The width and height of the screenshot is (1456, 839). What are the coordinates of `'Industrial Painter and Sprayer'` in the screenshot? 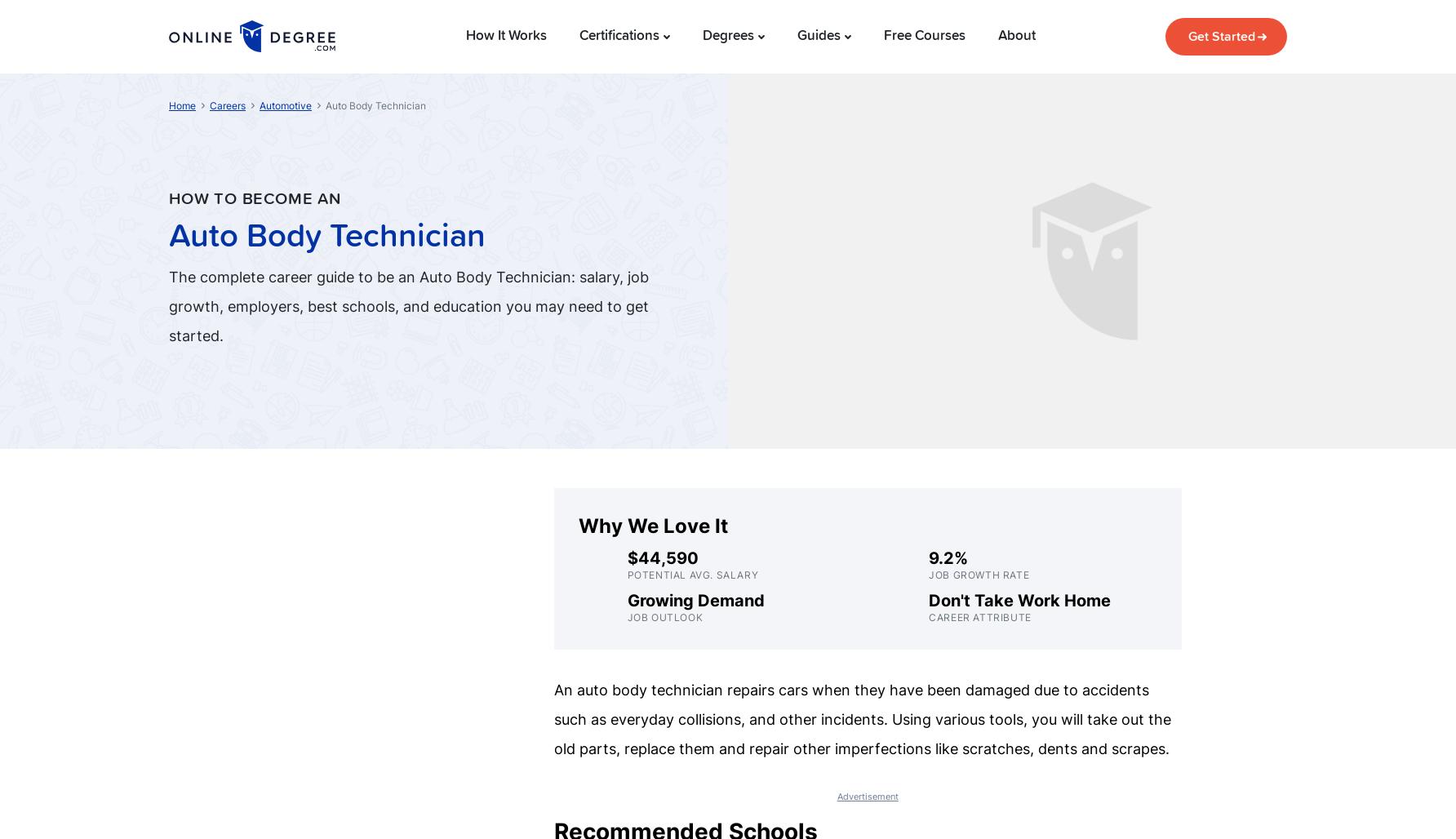 It's located at (862, 561).